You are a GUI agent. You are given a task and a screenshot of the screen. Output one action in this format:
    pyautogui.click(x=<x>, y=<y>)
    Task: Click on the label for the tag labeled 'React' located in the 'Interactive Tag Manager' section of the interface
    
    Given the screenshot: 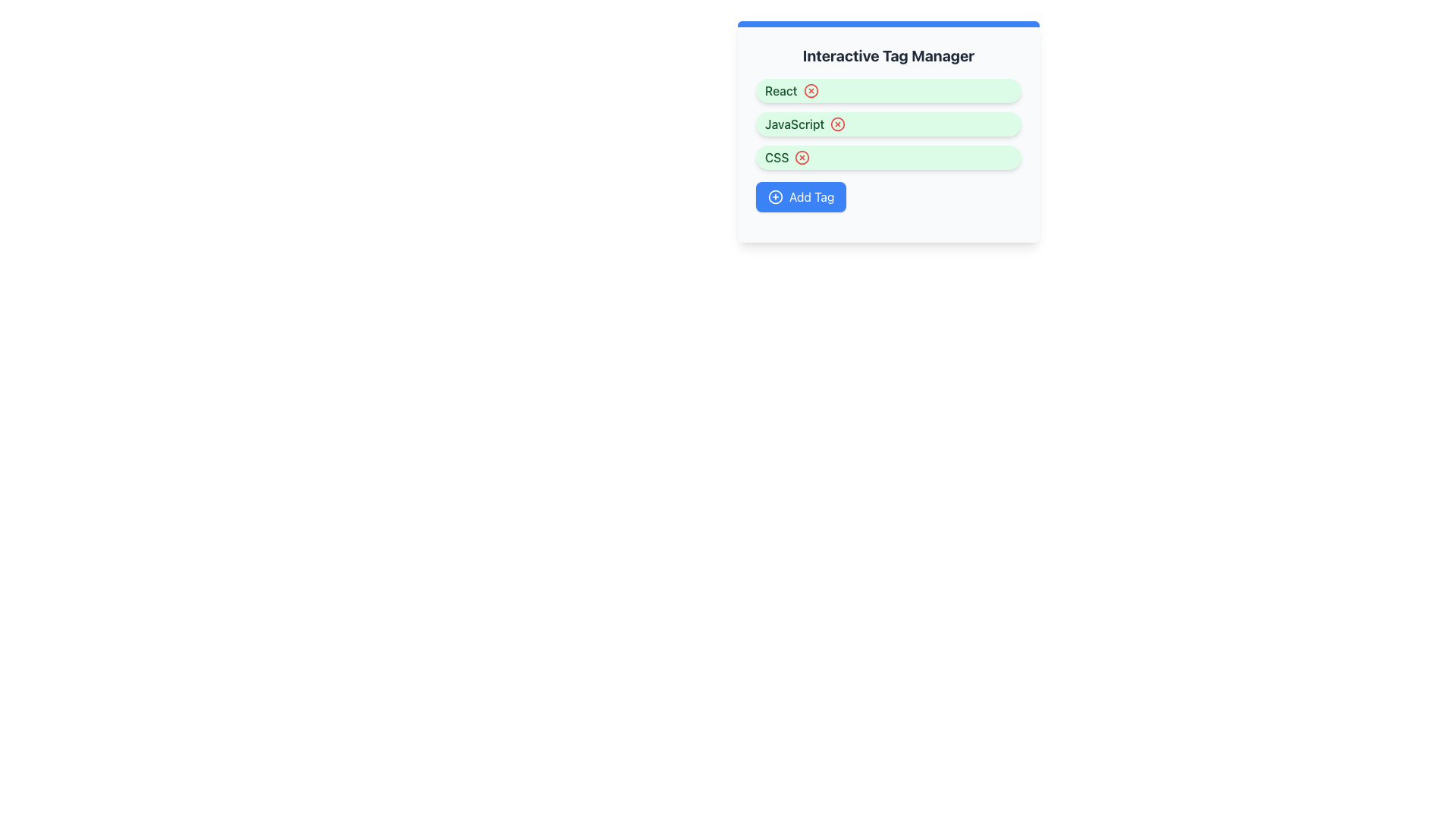 What is the action you would take?
    pyautogui.click(x=781, y=90)
    